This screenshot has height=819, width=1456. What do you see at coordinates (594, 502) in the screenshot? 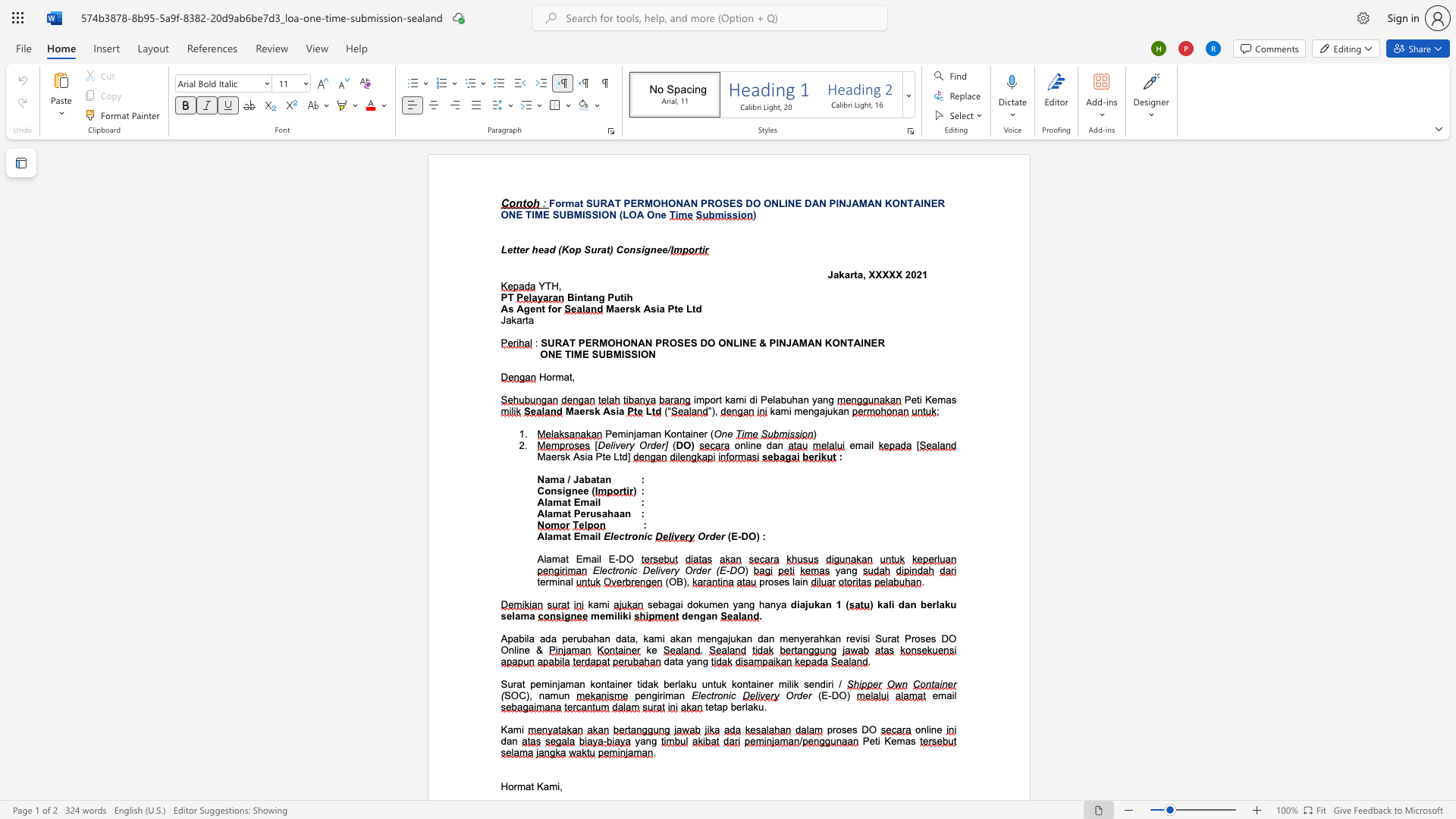
I see `the subset text "il" within the text "Alamat Email"` at bounding box center [594, 502].